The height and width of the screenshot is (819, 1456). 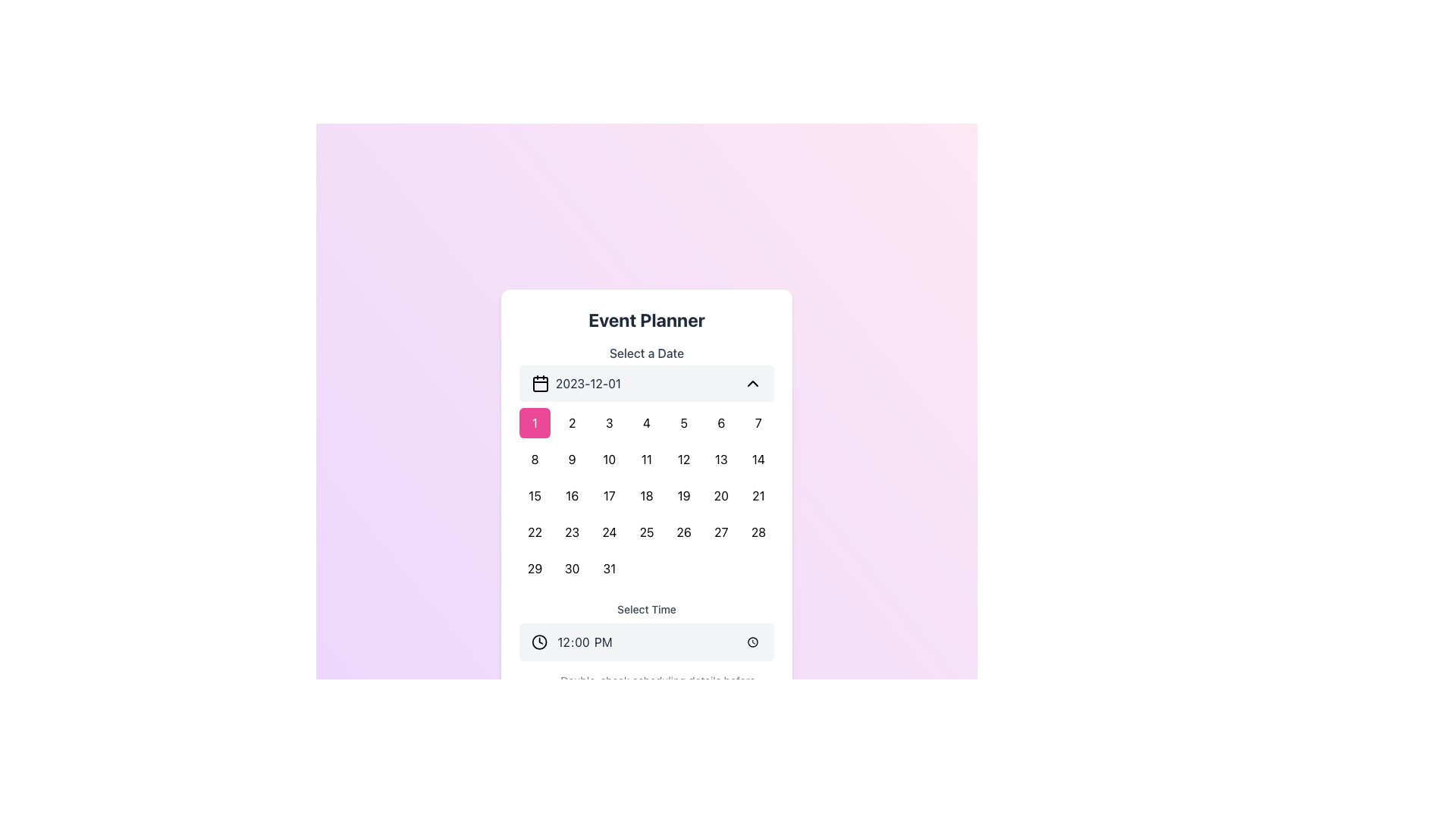 I want to click on the Chevron Up Icon, so click(x=753, y=382).